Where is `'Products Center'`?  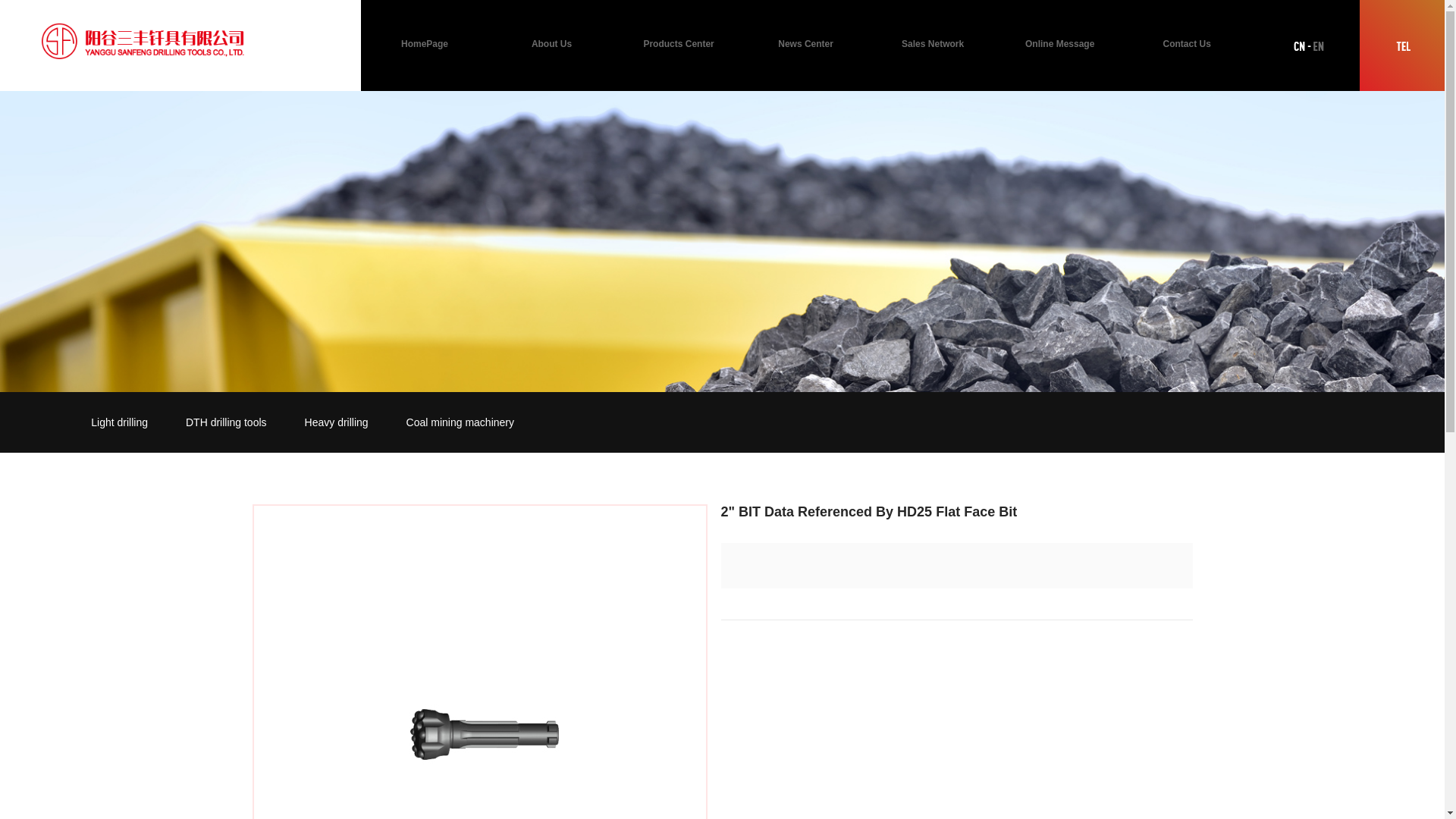 'Products Center' is located at coordinates (677, 43).